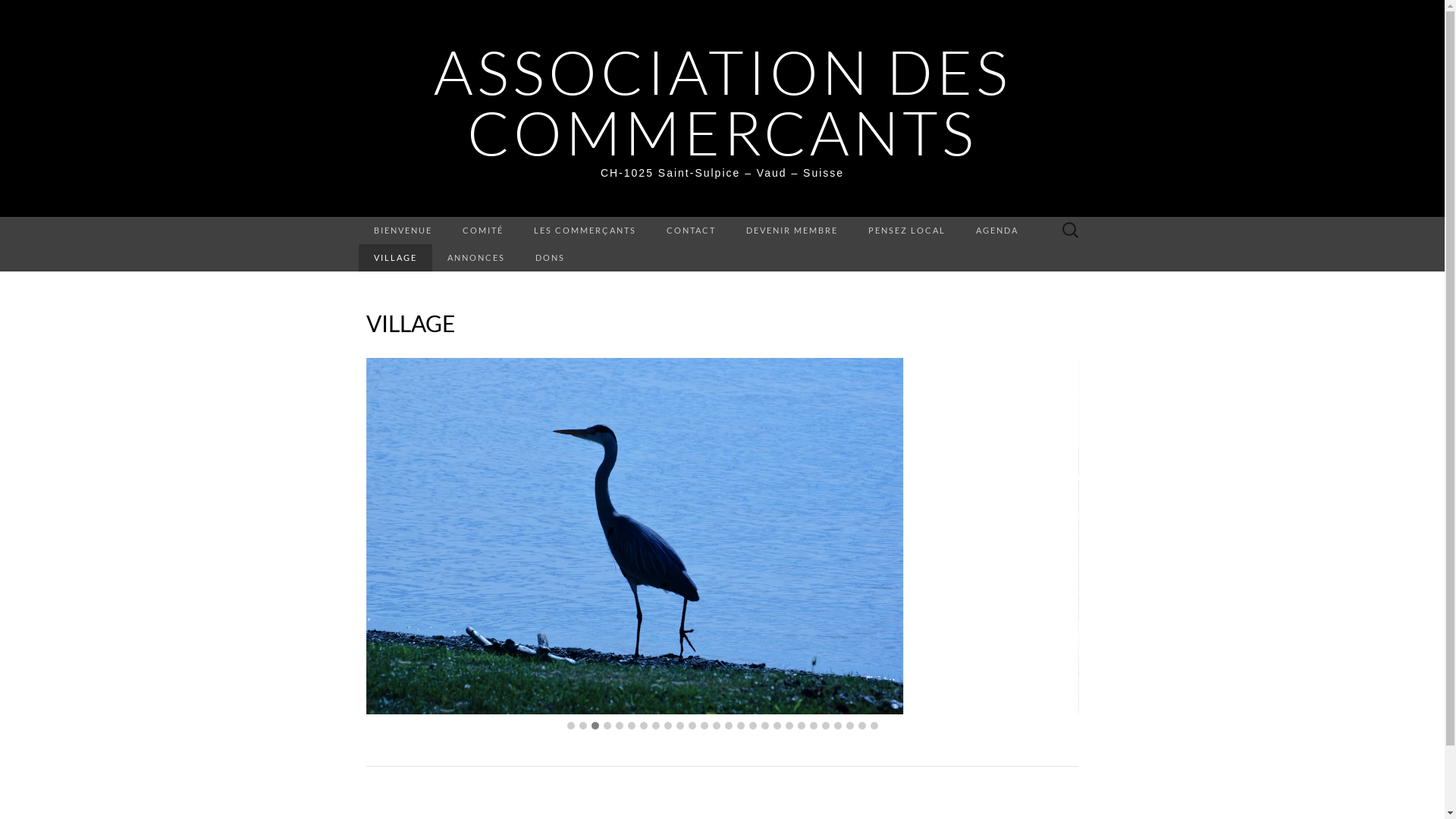 The width and height of the screenshot is (1456, 819). Describe the element at coordinates (475, 256) in the screenshot. I see `'ANNONCES'` at that location.